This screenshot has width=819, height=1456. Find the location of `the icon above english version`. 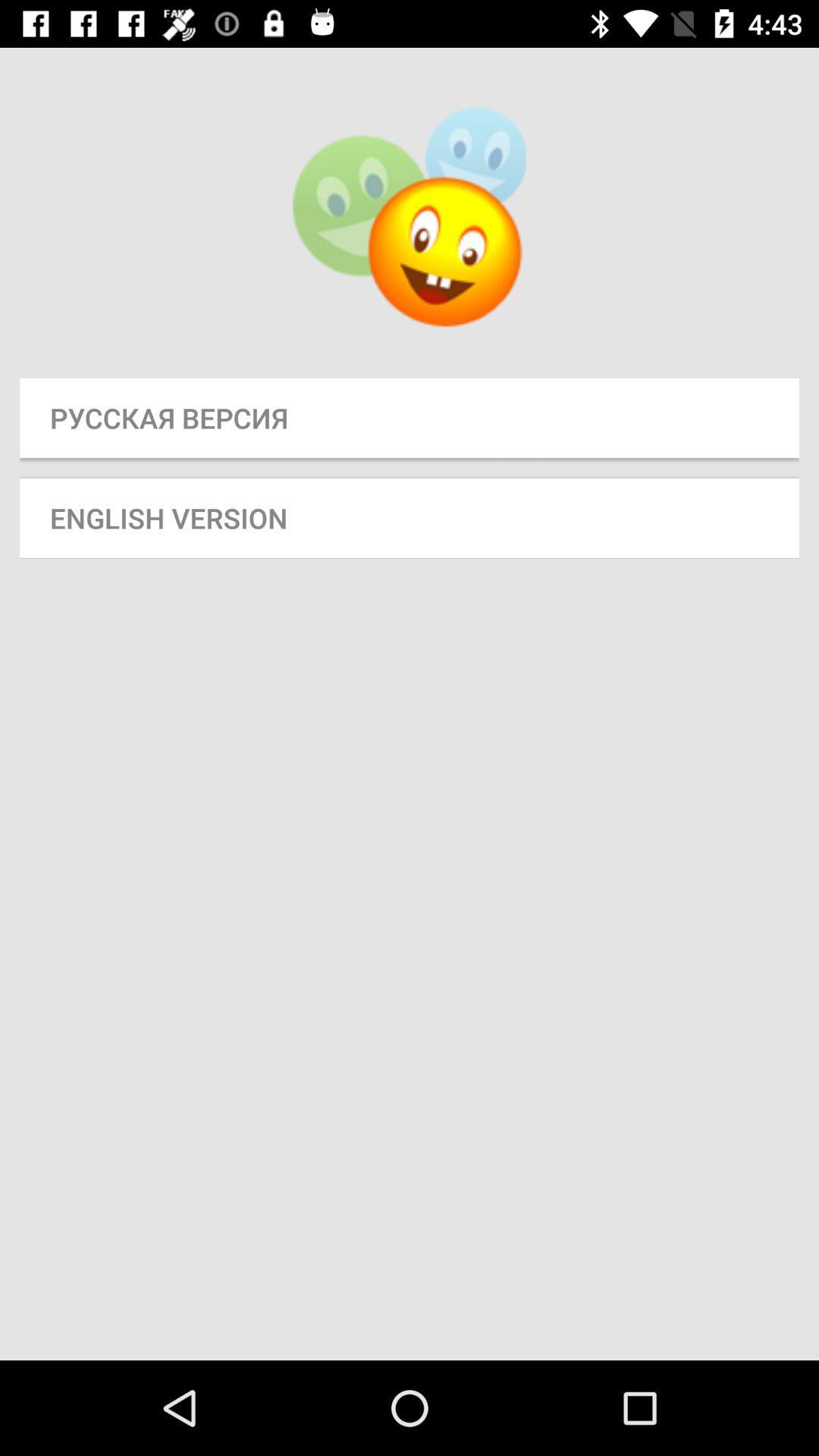

the icon above english version is located at coordinates (409, 418).